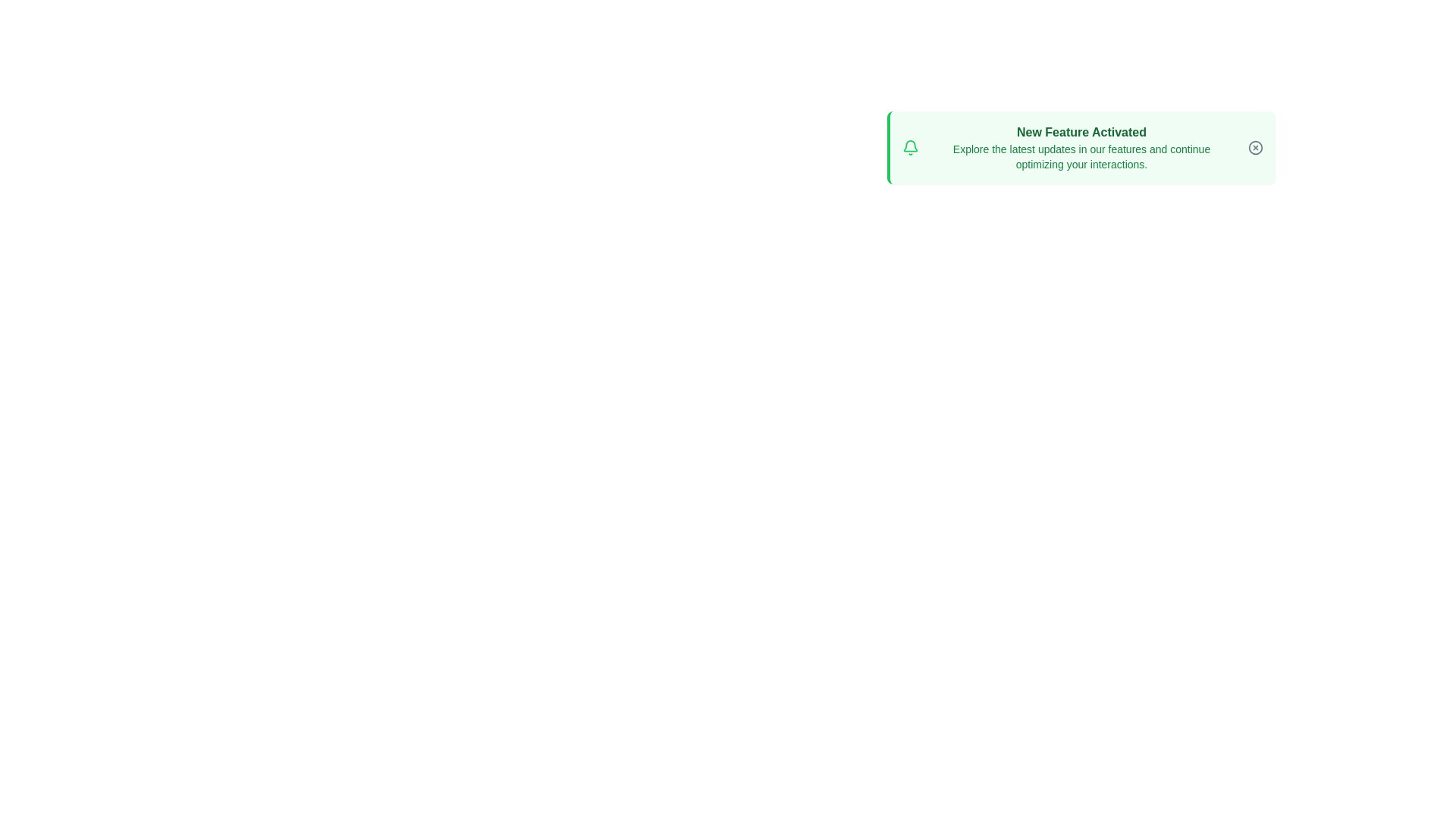  What do you see at coordinates (1255, 148) in the screenshot?
I see `the inner circular graphical component of the close button located at the top-right corner of the notification panel` at bounding box center [1255, 148].